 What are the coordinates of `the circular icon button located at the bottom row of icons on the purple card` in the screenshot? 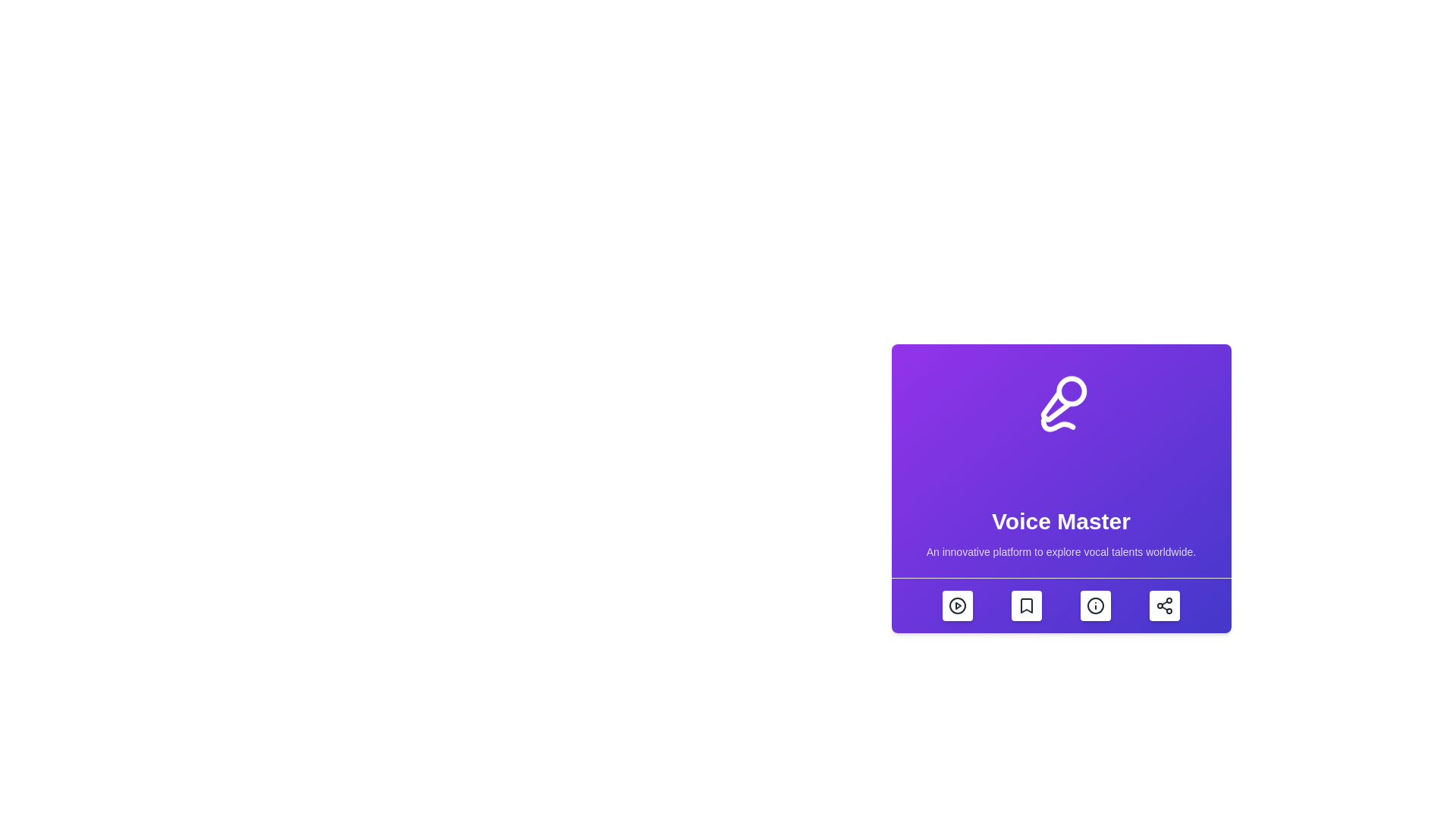 It's located at (1095, 604).